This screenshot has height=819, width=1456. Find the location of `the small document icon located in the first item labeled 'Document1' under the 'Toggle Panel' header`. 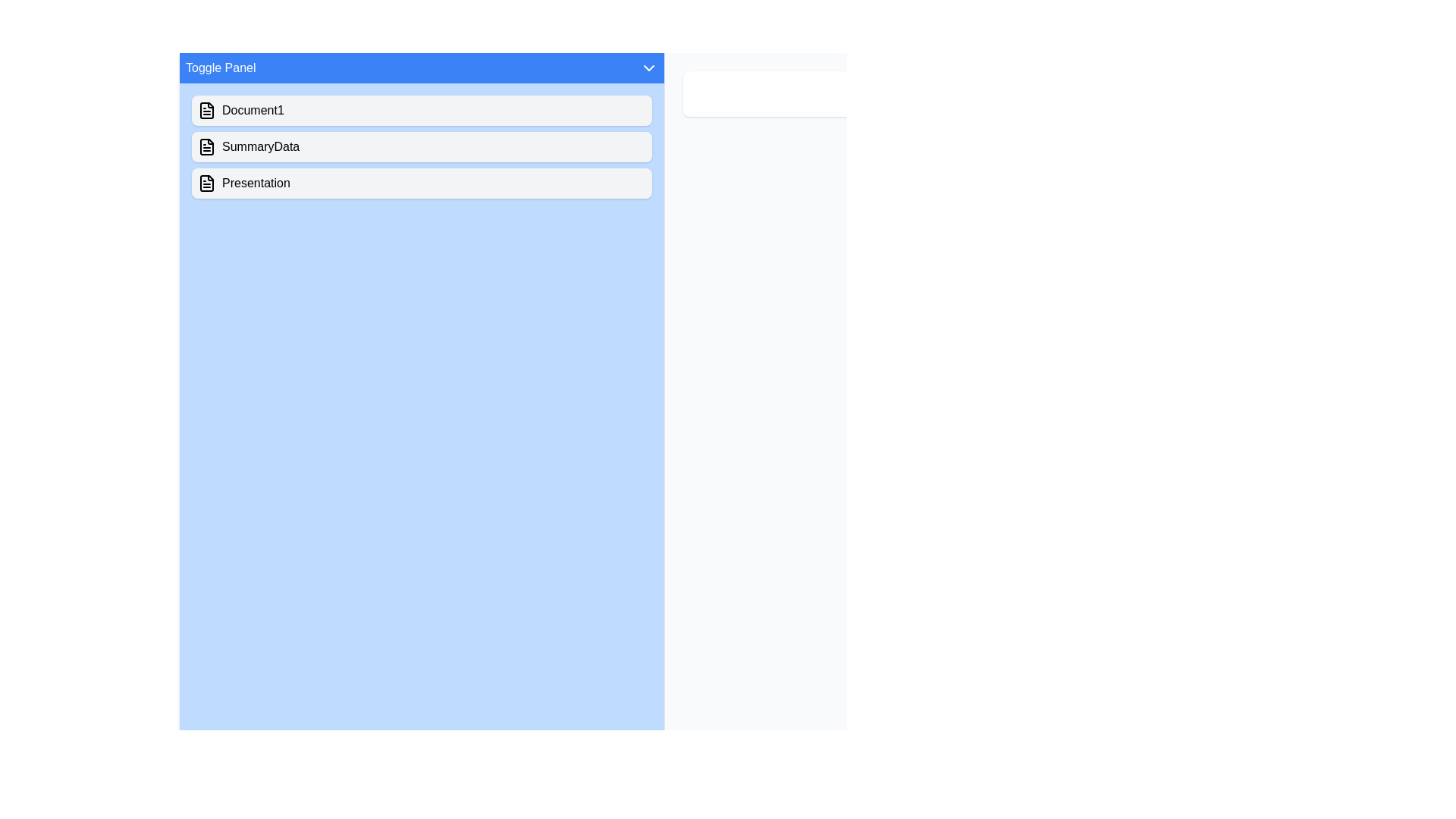

the small document icon located in the first item labeled 'Document1' under the 'Toggle Panel' header is located at coordinates (206, 110).